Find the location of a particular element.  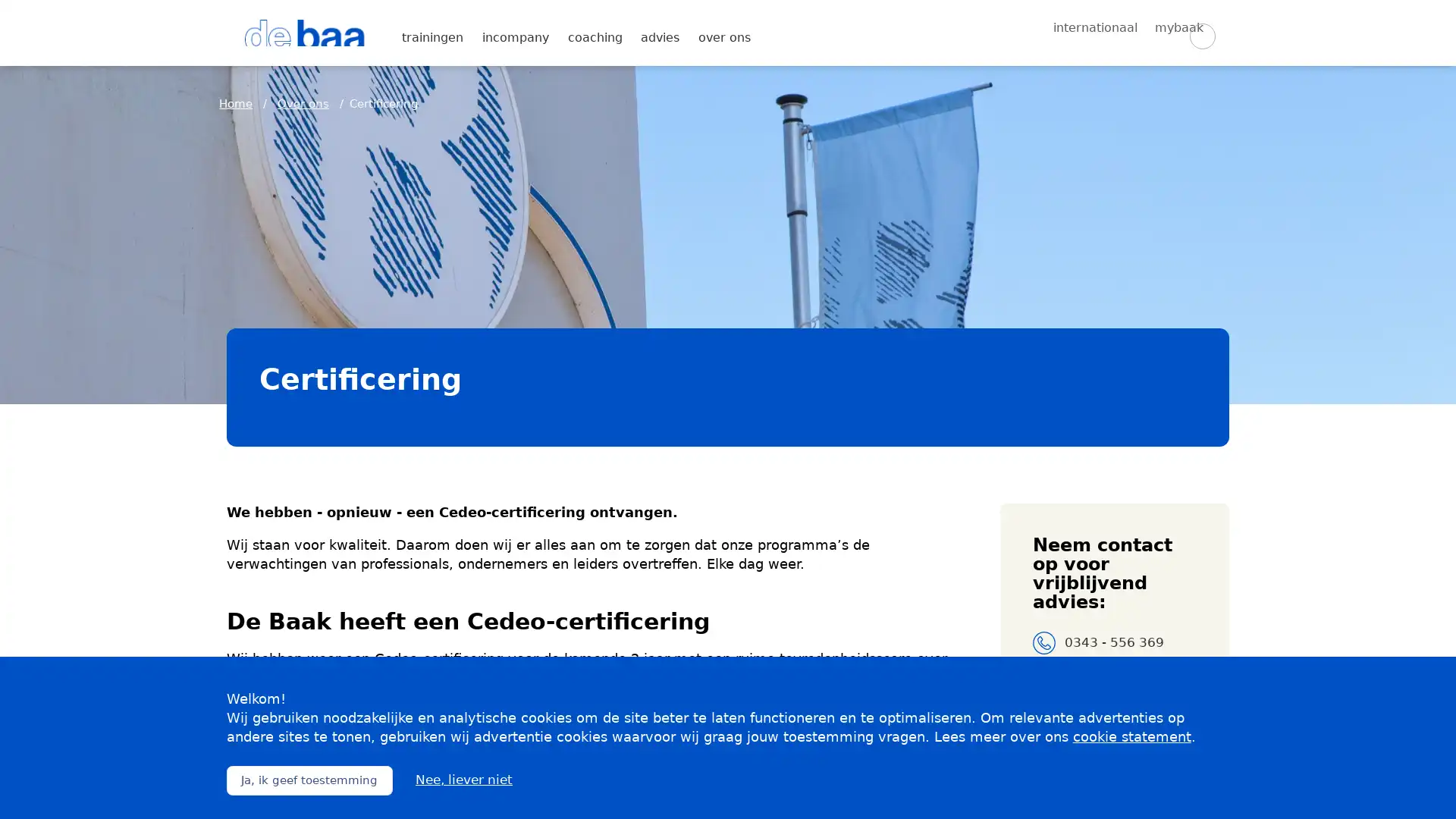

Zoeken is located at coordinates (1232, 79).